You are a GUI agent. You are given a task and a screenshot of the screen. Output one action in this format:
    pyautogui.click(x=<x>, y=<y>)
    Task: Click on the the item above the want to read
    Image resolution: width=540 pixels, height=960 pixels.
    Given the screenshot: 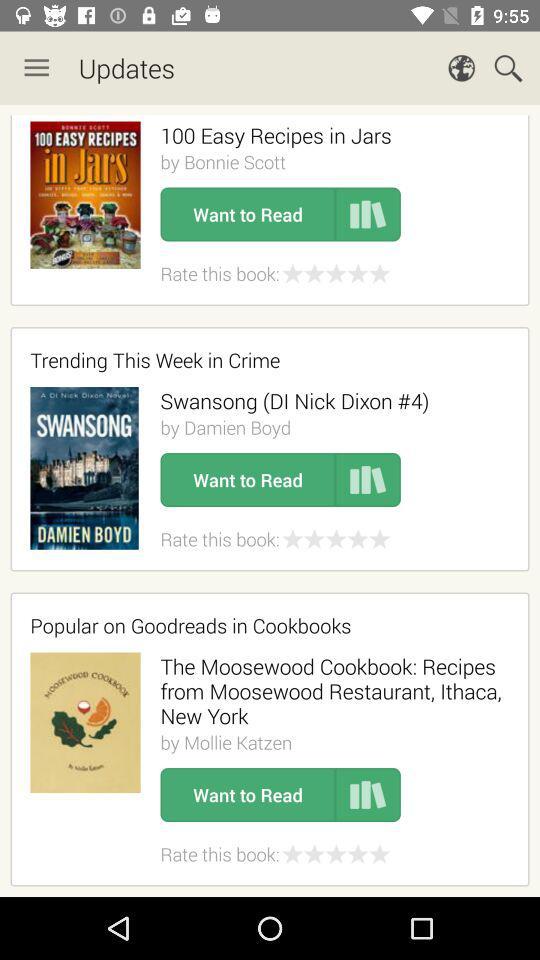 What is the action you would take?
    pyautogui.click(x=224, y=427)
    